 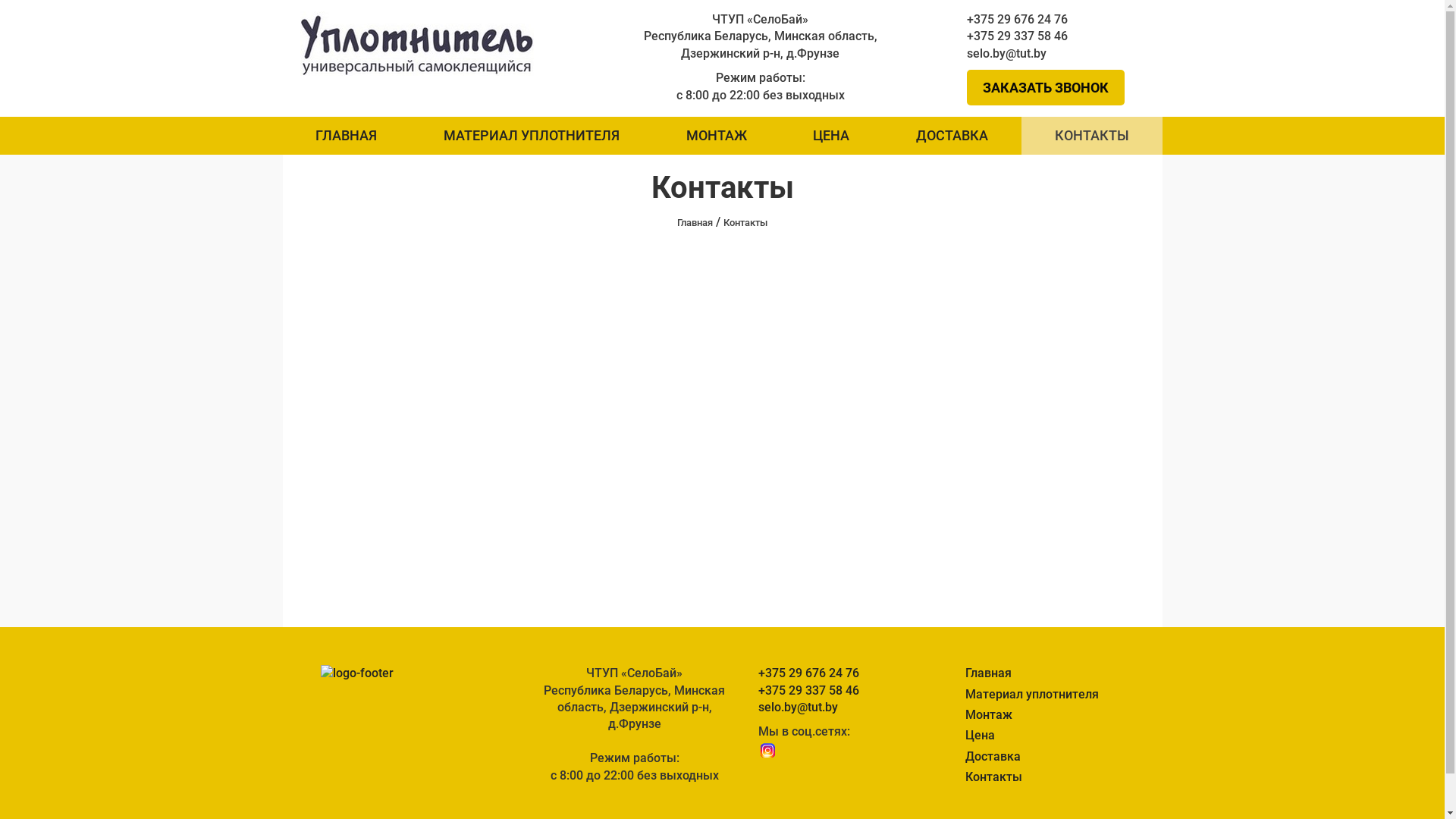 What do you see at coordinates (1055, 52) in the screenshot?
I see `'selo.by@tut.by'` at bounding box center [1055, 52].